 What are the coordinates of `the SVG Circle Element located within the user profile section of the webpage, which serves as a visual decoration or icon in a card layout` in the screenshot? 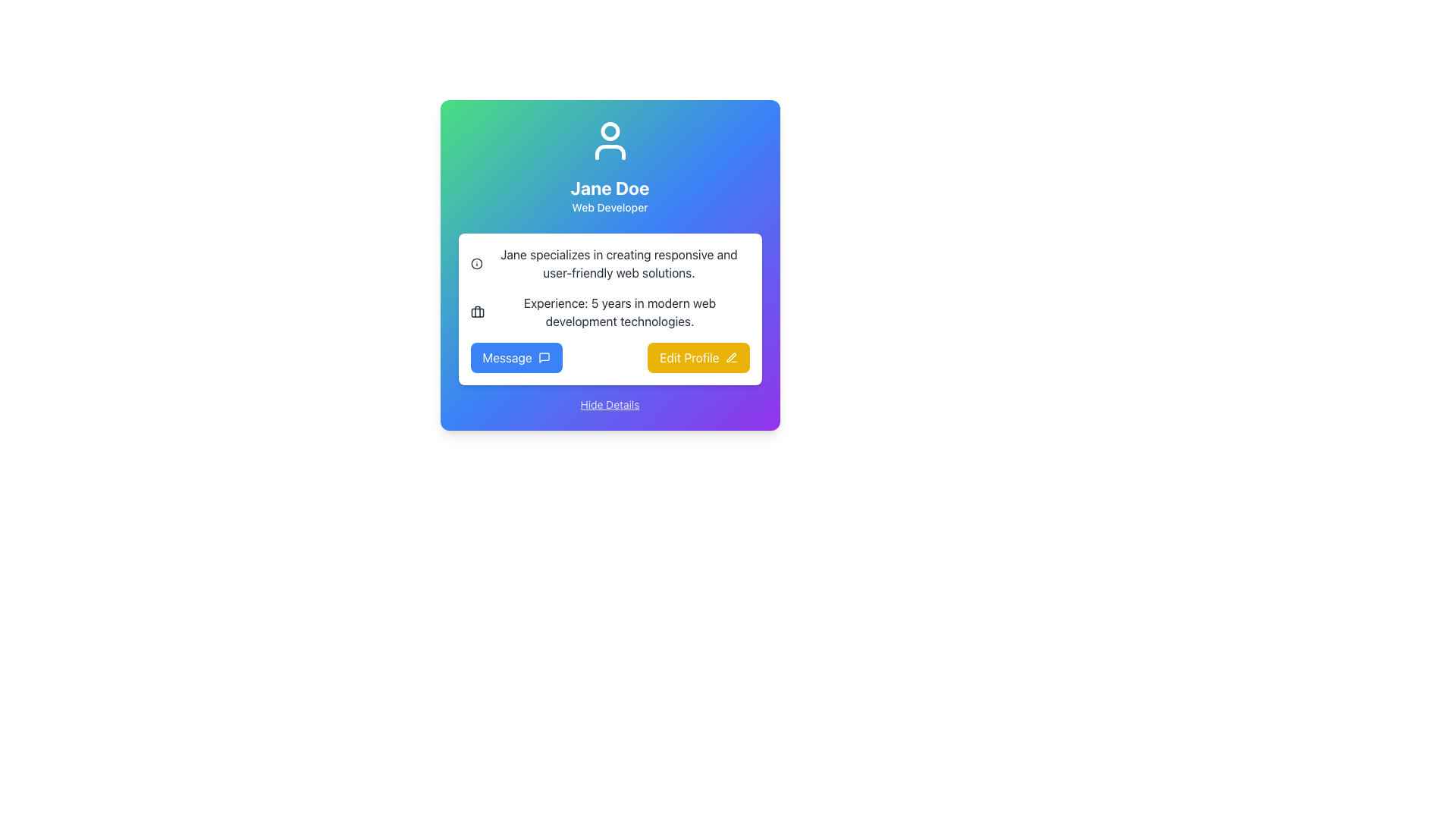 It's located at (475, 262).